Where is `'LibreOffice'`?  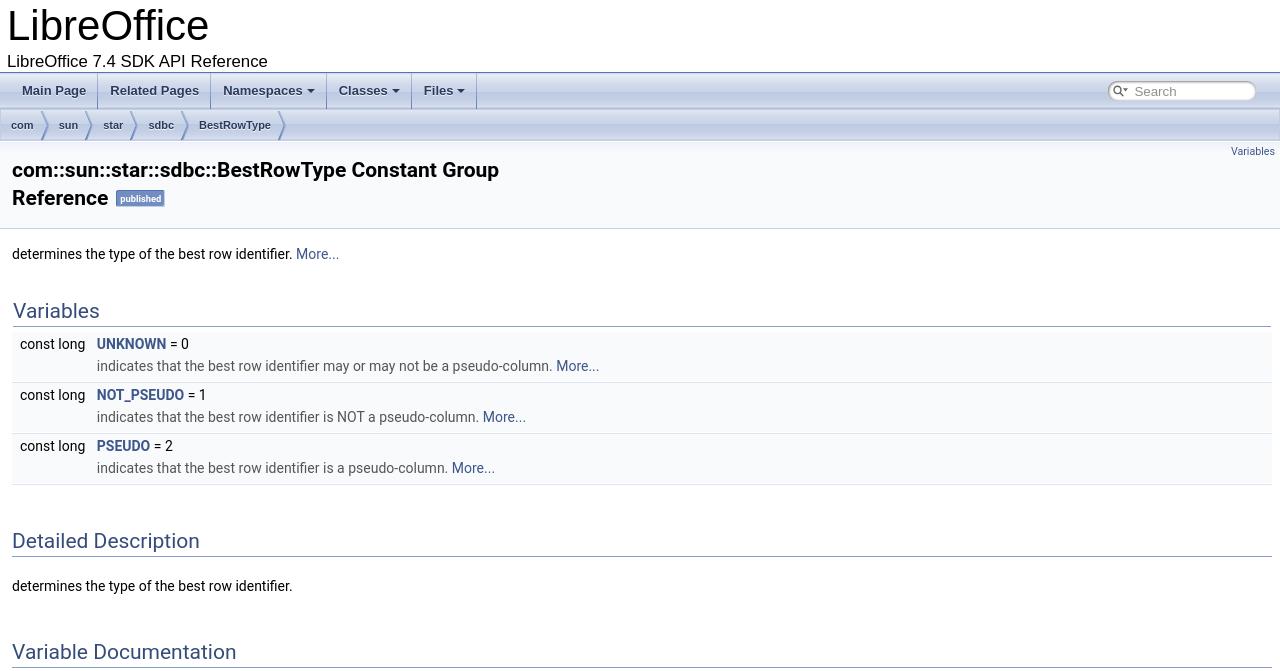
'LibreOffice' is located at coordinates (107, 25).